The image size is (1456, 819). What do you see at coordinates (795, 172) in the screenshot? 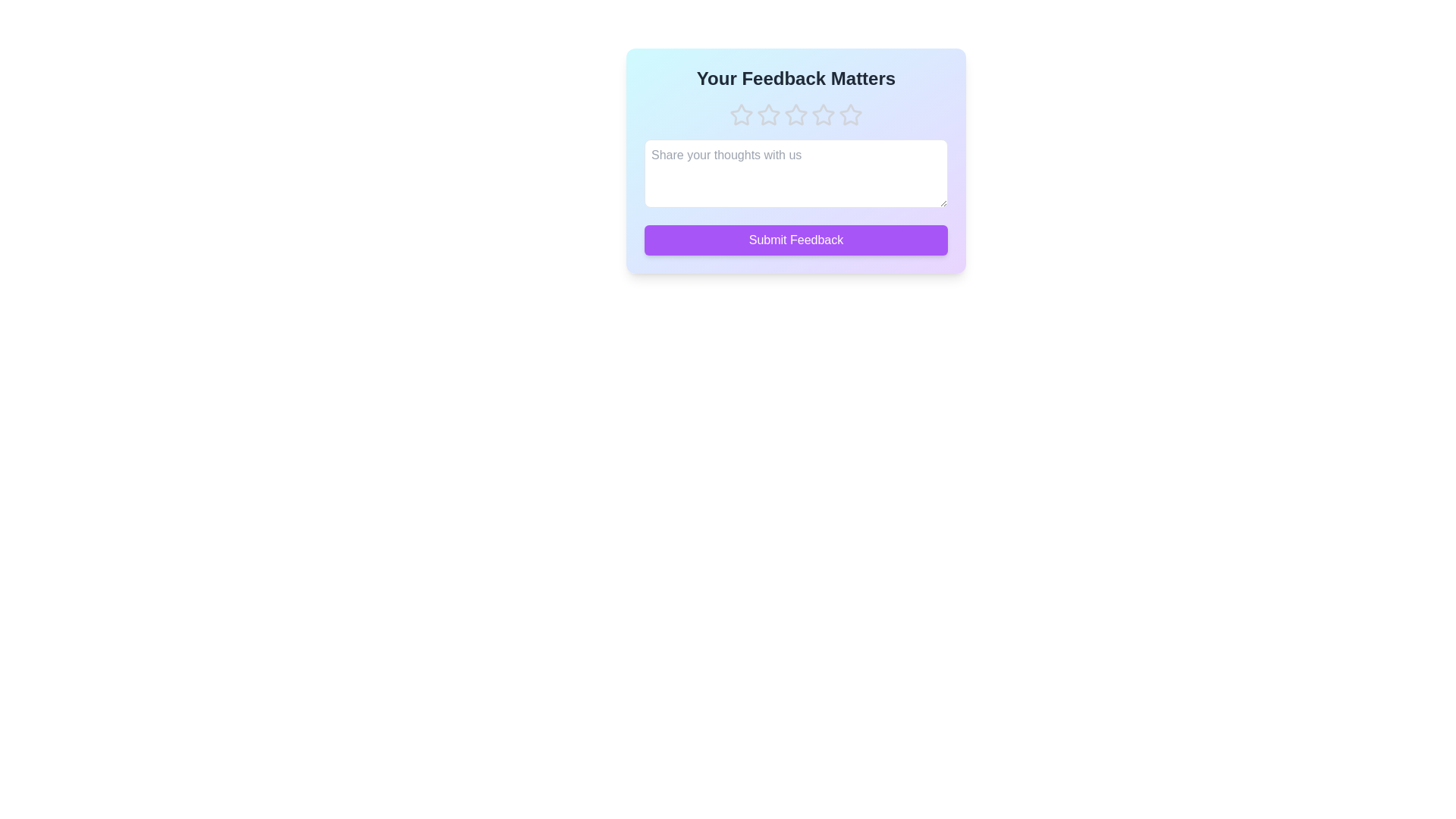
I see `the text input field to start typing` at bounding box center [795, 172].